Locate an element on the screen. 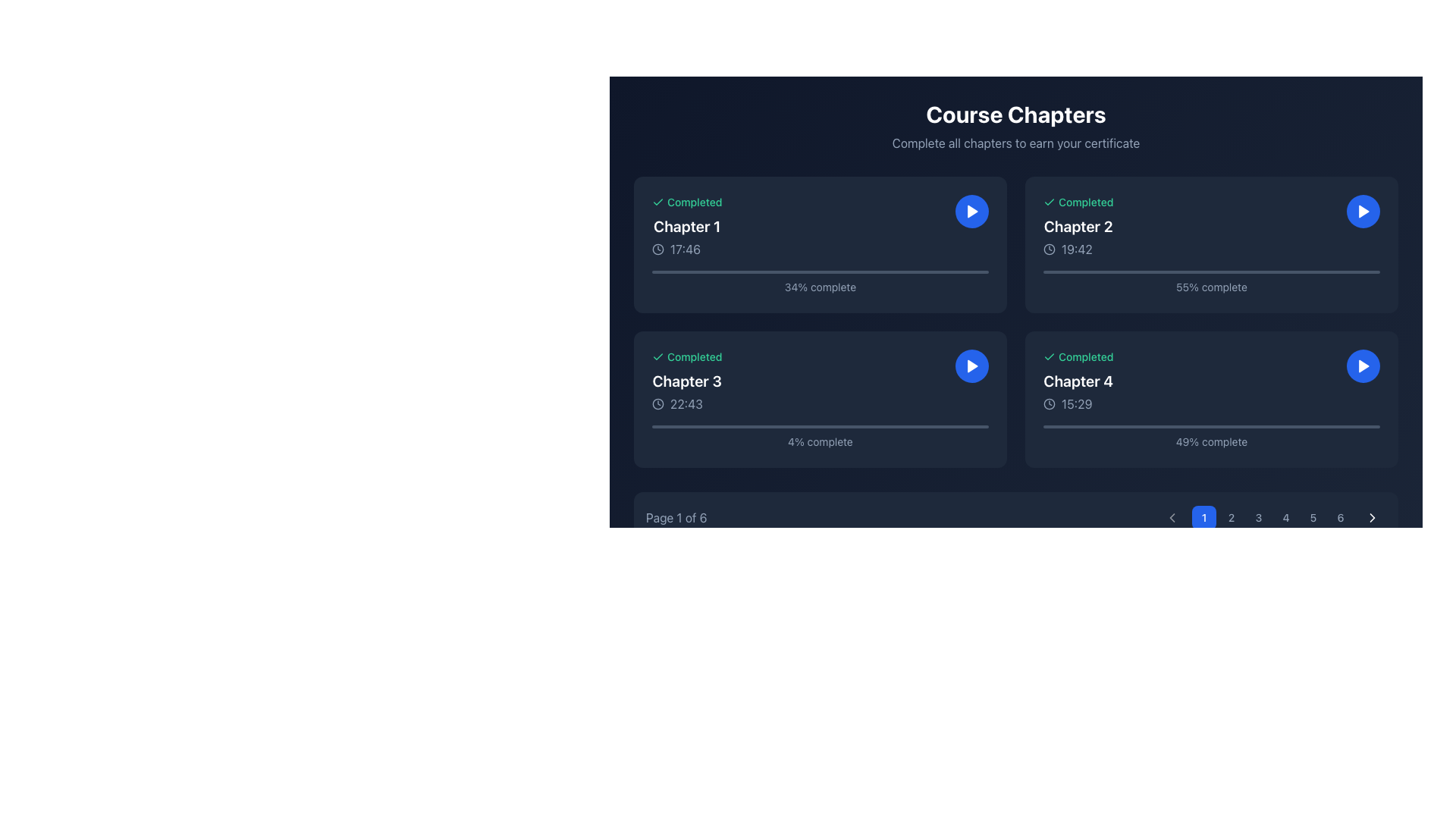 The image size is (1456, 819). the chapter status card, which is the second item in the top row of the grid layout, displaying its completion percentage, title, and duration is located at coordinates (1211, 244).